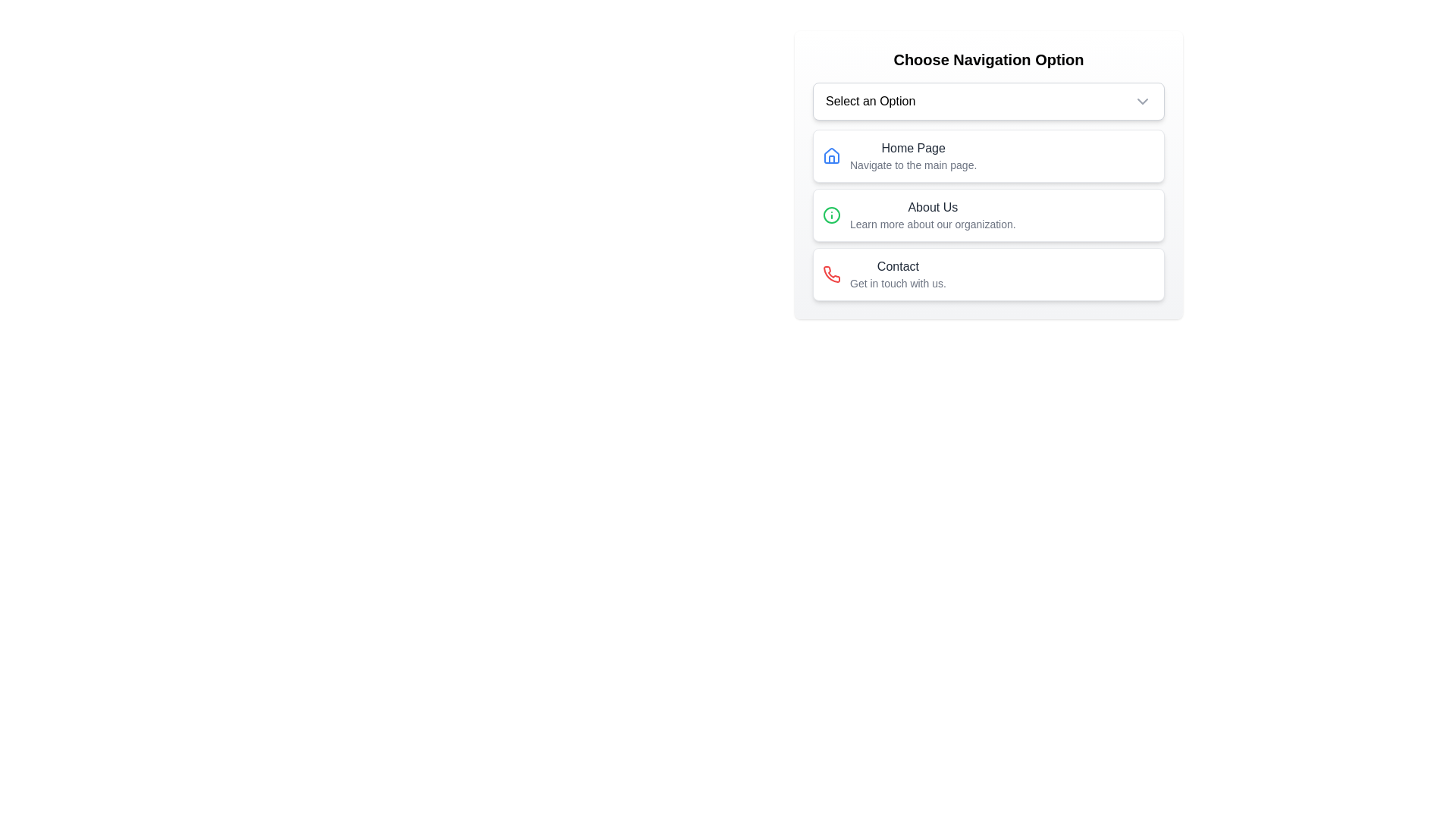  What do you see at coordinates (932, 215) in the screenshot?
I see `the 'About Us' text label` at bounding box center [932, 215].